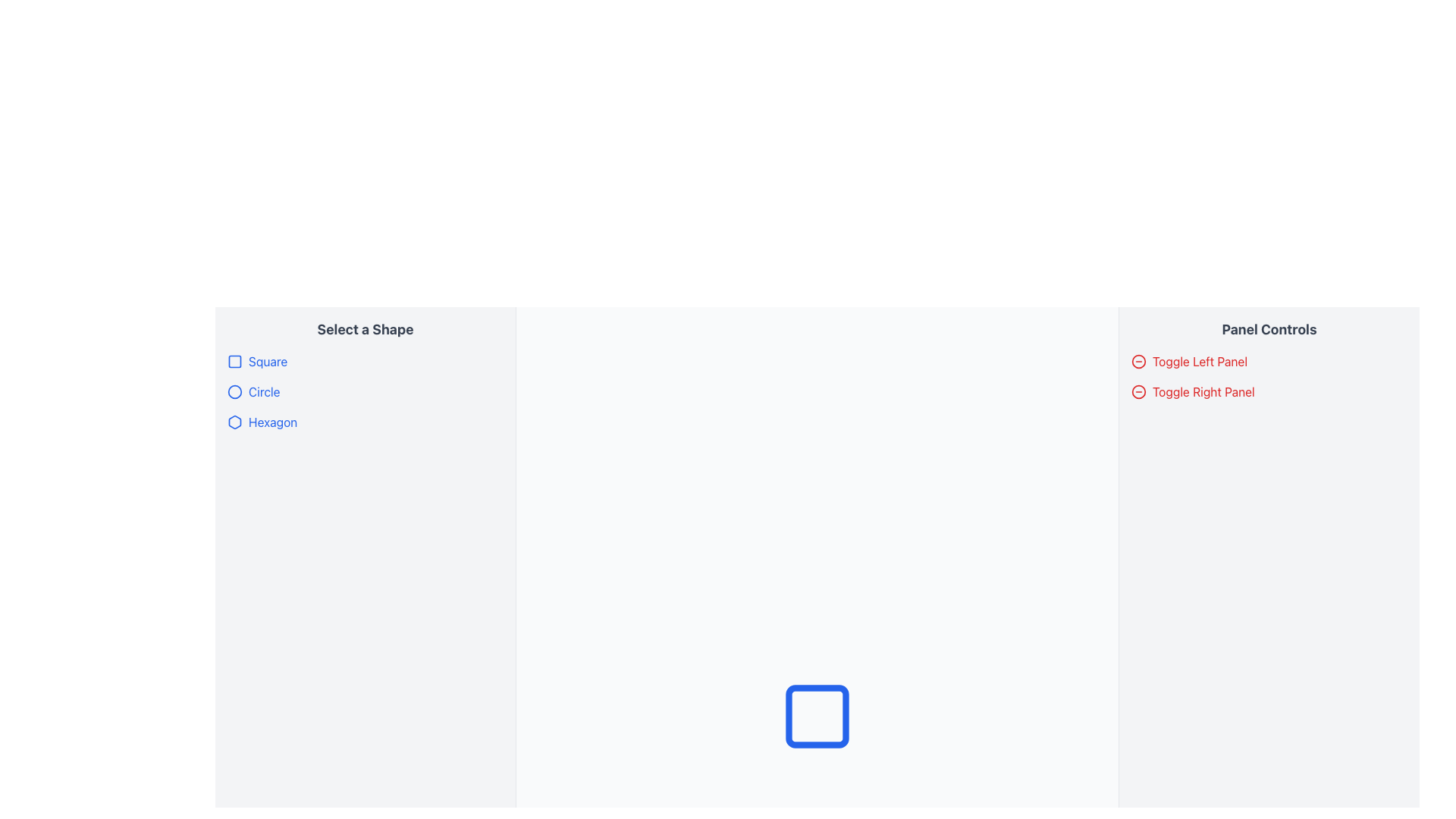 The image size is (1456, 819). What do you see at coordinates (234, 391) in the screenshot?
I see `the second selectable circular vector graphic in the 'Select a Shape' section of the interface, located between the 'Square' checkbox above and the 'Hexagon' checkbox below` at bounding box center [234, 391].